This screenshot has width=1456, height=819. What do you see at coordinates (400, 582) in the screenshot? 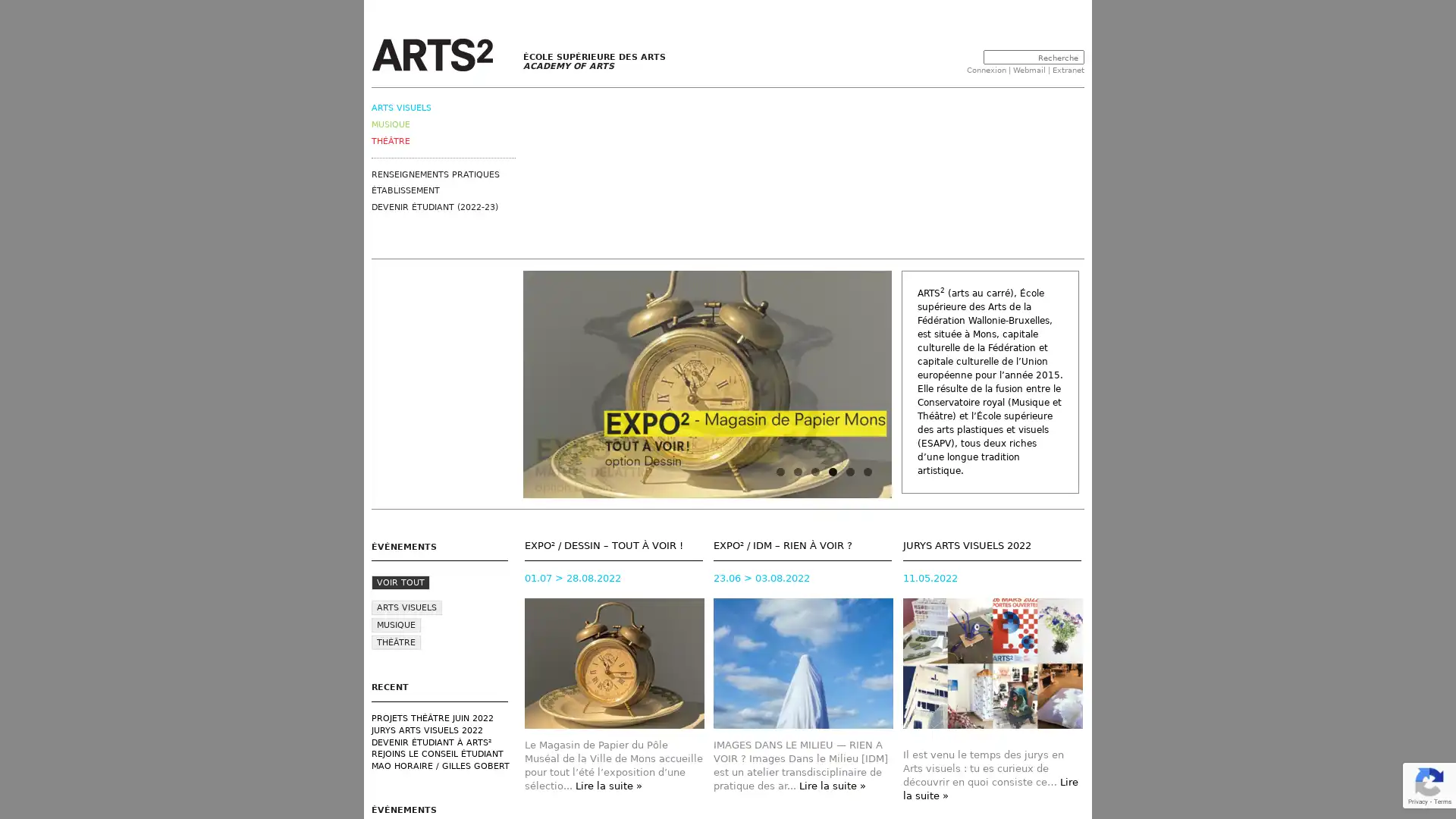
I see `VOIR TOUT` at bounding box center [400, 582].